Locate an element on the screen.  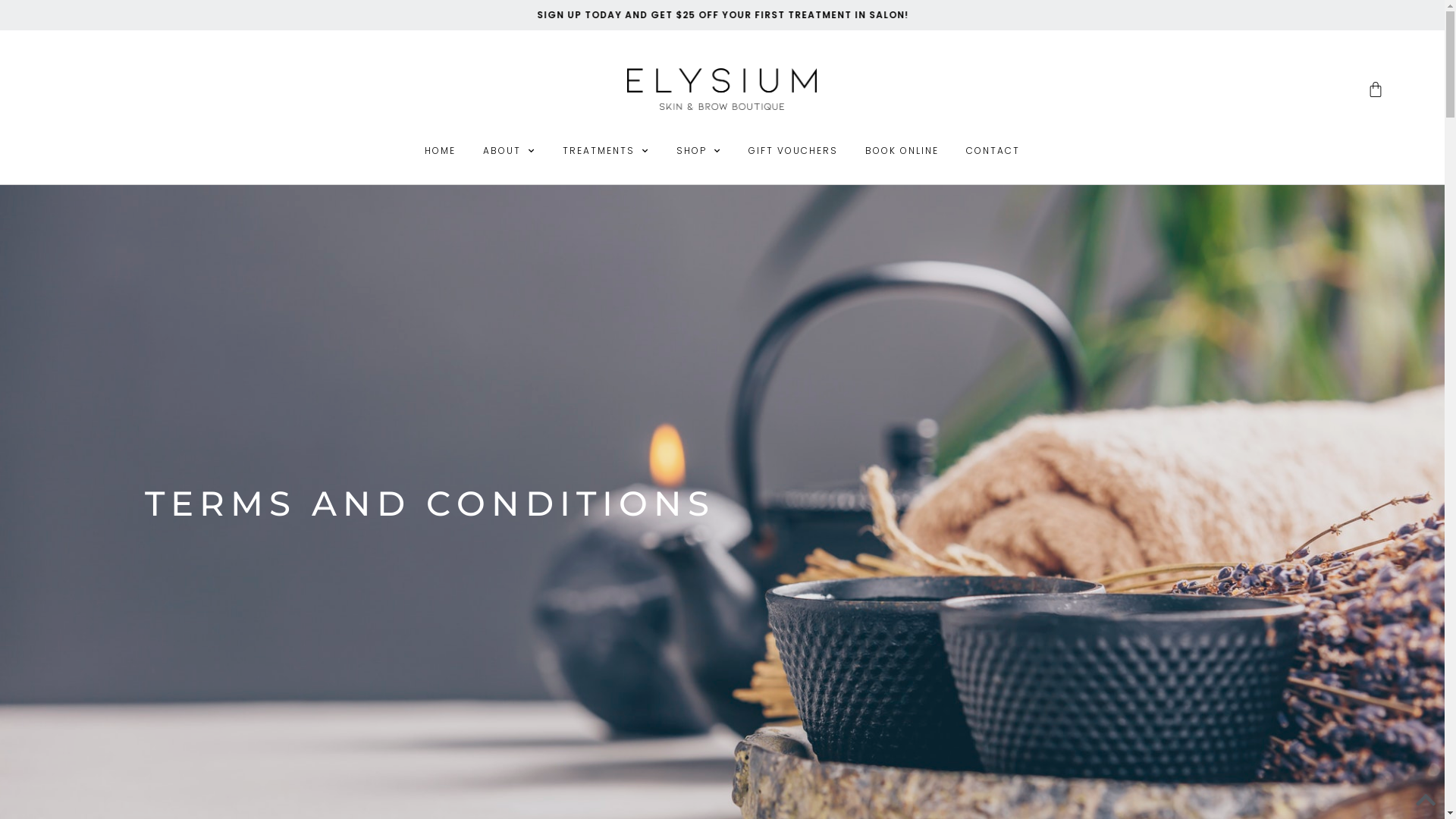
'CONTACT' is located at coordinates (993, 151).